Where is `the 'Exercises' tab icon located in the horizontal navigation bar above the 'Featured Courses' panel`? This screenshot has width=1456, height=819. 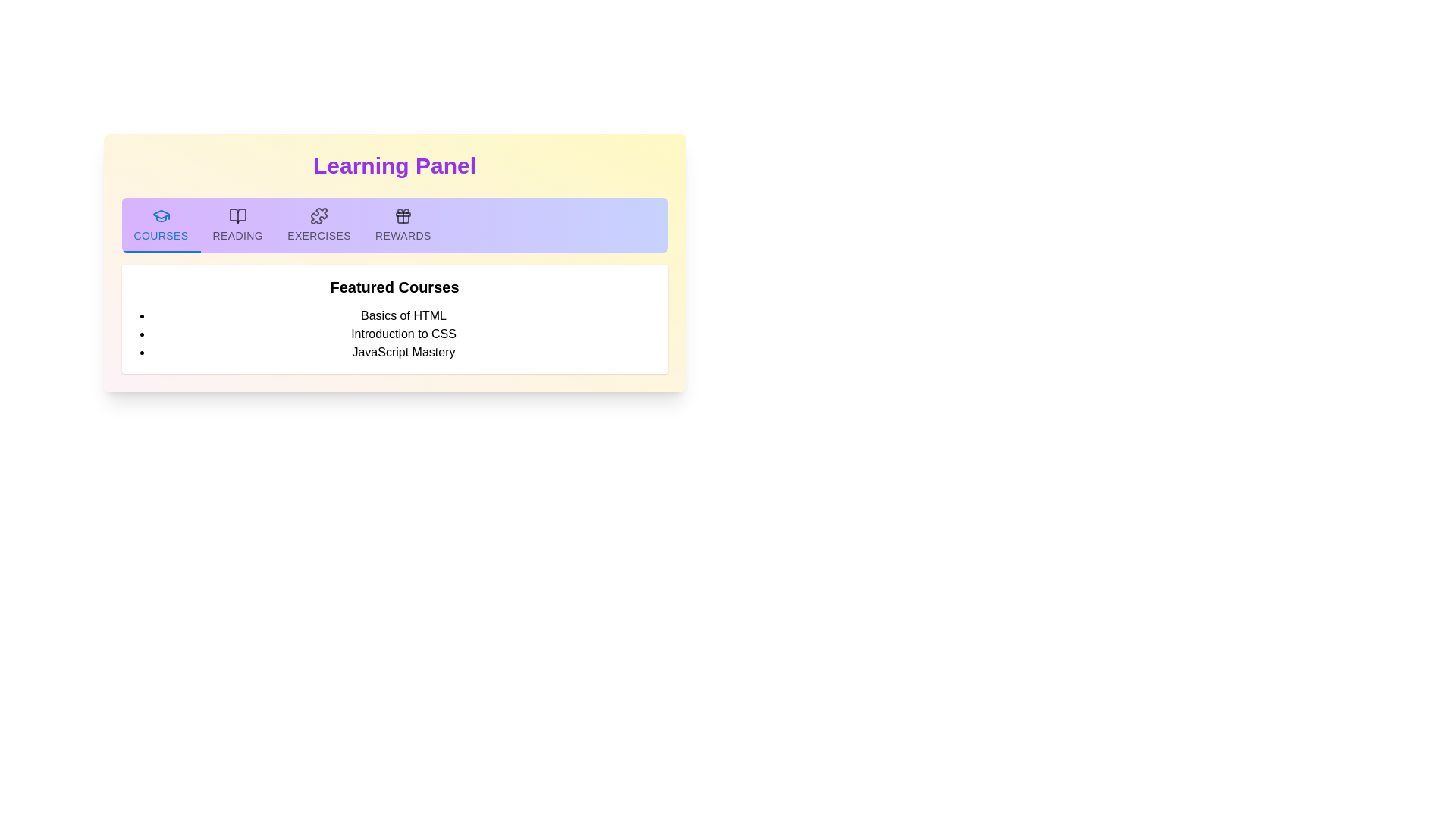
the 'Exercises' tab icon located in the horizontal navigation bar above the 'Featured Courses' panel is located at coordinates (318, 216).